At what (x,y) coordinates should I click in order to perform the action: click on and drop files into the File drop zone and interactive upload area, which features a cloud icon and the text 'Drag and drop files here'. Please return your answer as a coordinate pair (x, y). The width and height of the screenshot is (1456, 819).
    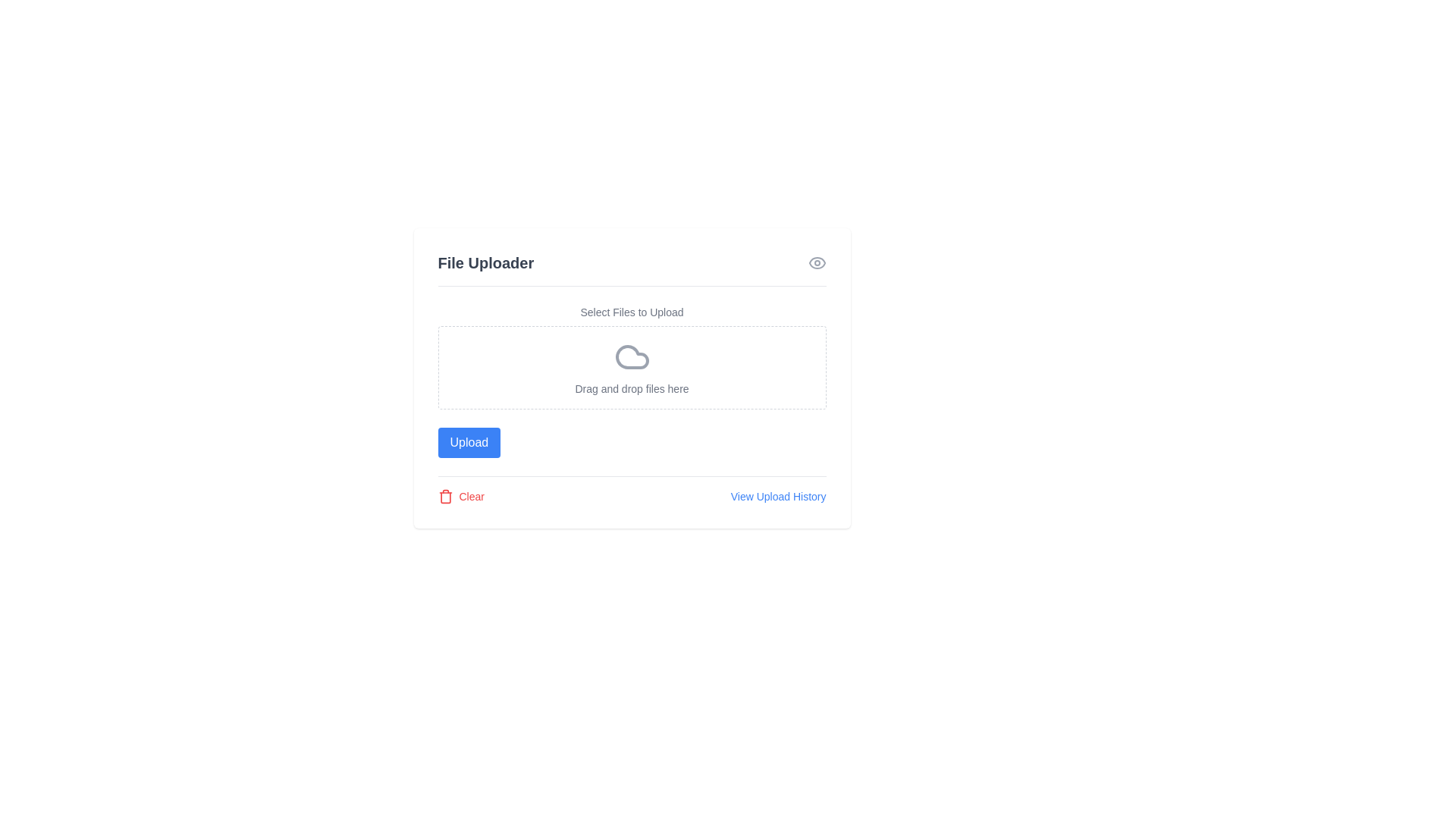
    Looking at the image, I should click on (632, 356).